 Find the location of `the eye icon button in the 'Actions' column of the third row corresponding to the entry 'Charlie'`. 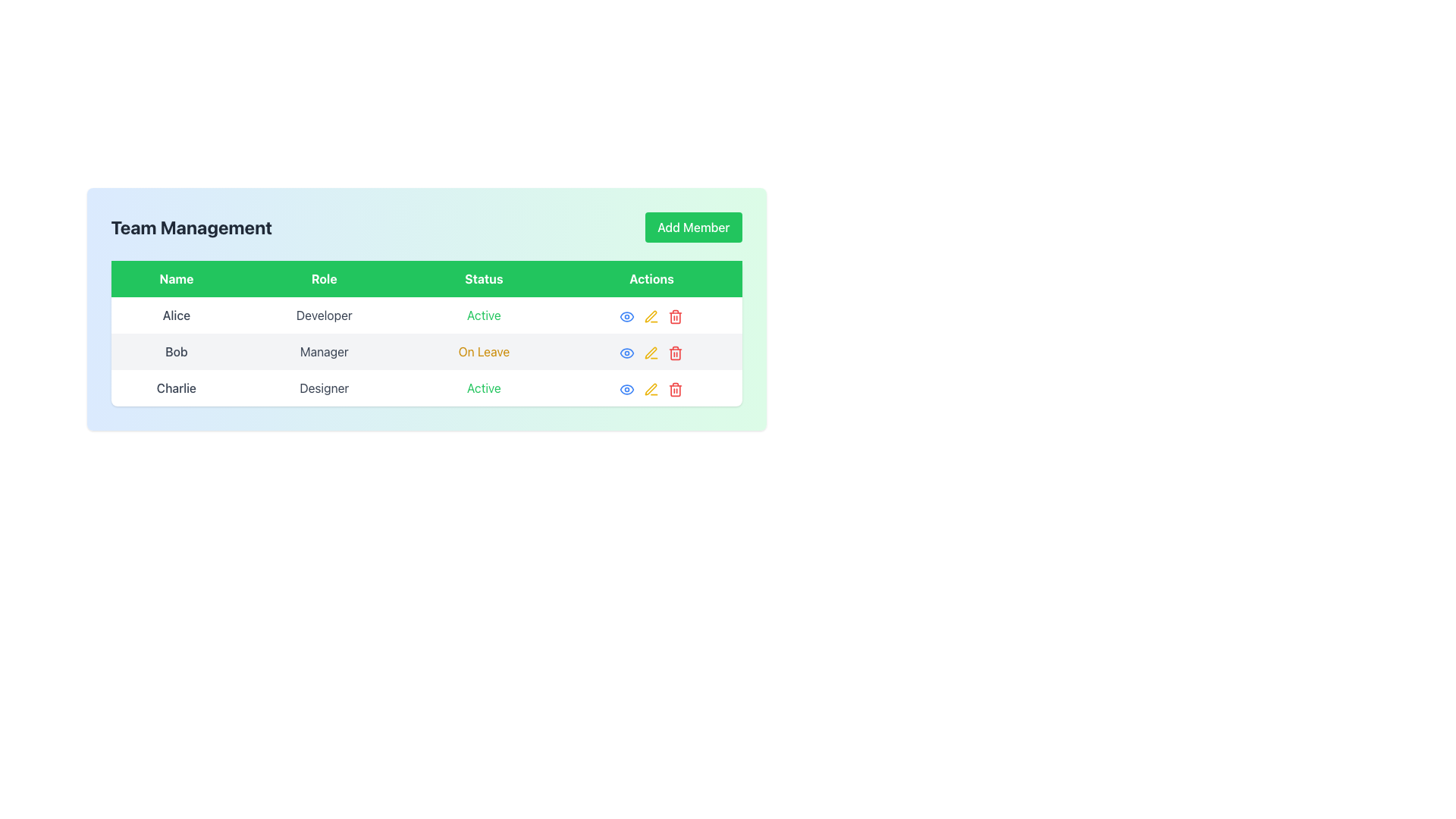

the eye icon button in the 'Actions' column of the third row corresponding to the entry 'Charlie' is located at coordinates (627, 388).